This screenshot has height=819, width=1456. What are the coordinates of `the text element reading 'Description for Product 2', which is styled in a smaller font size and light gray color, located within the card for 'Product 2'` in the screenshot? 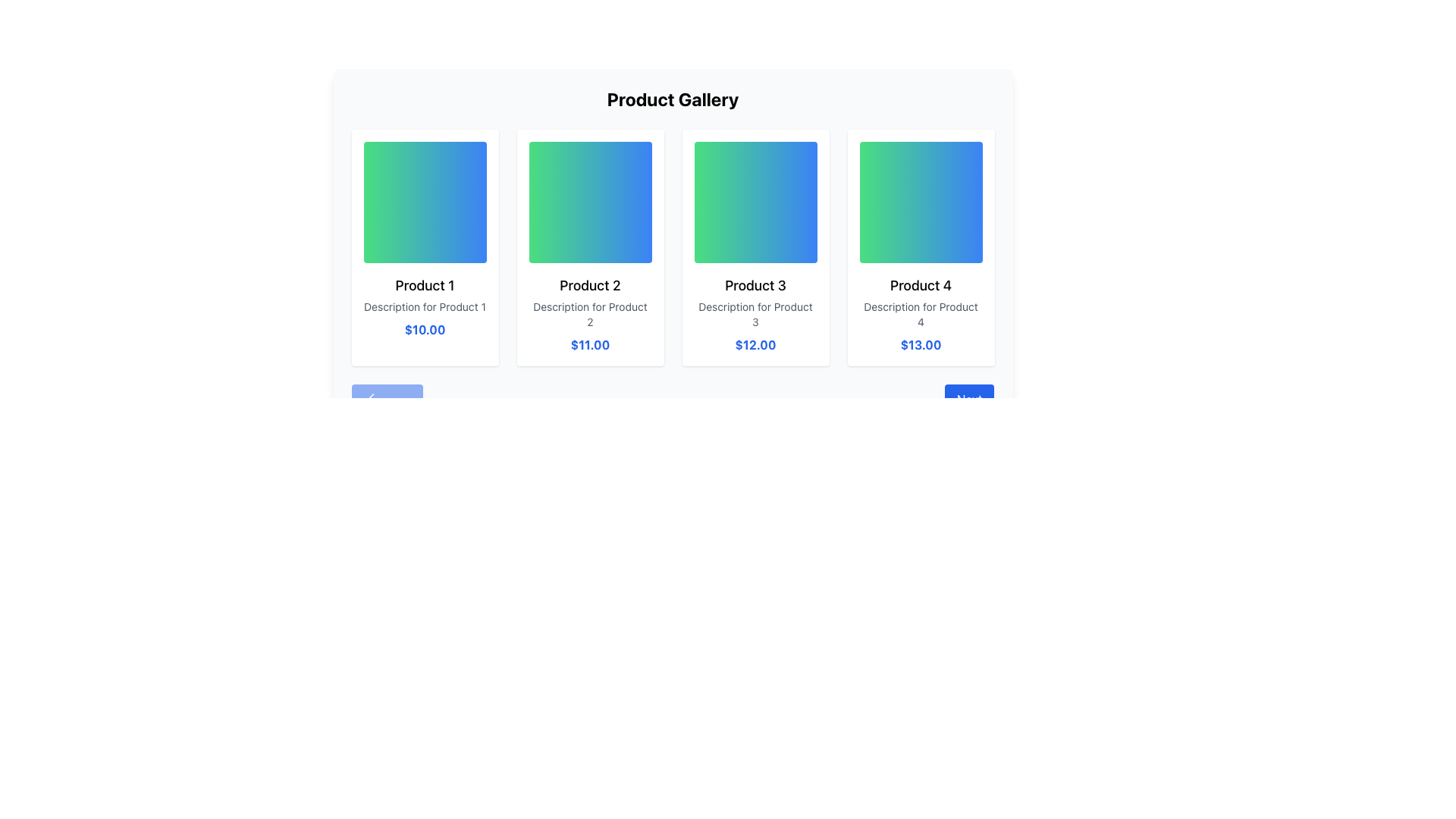 It's located at (589, 314).